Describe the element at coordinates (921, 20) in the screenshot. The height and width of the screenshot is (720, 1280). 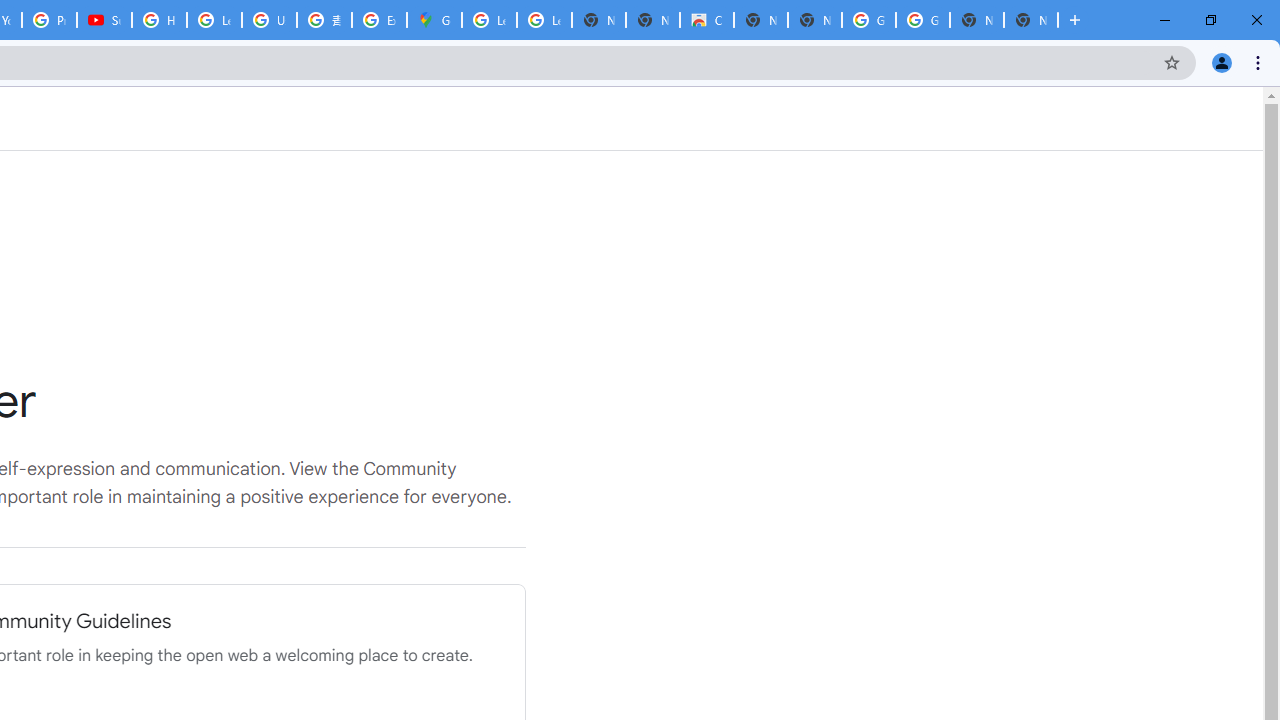
I see `'Google Images'` at that location.